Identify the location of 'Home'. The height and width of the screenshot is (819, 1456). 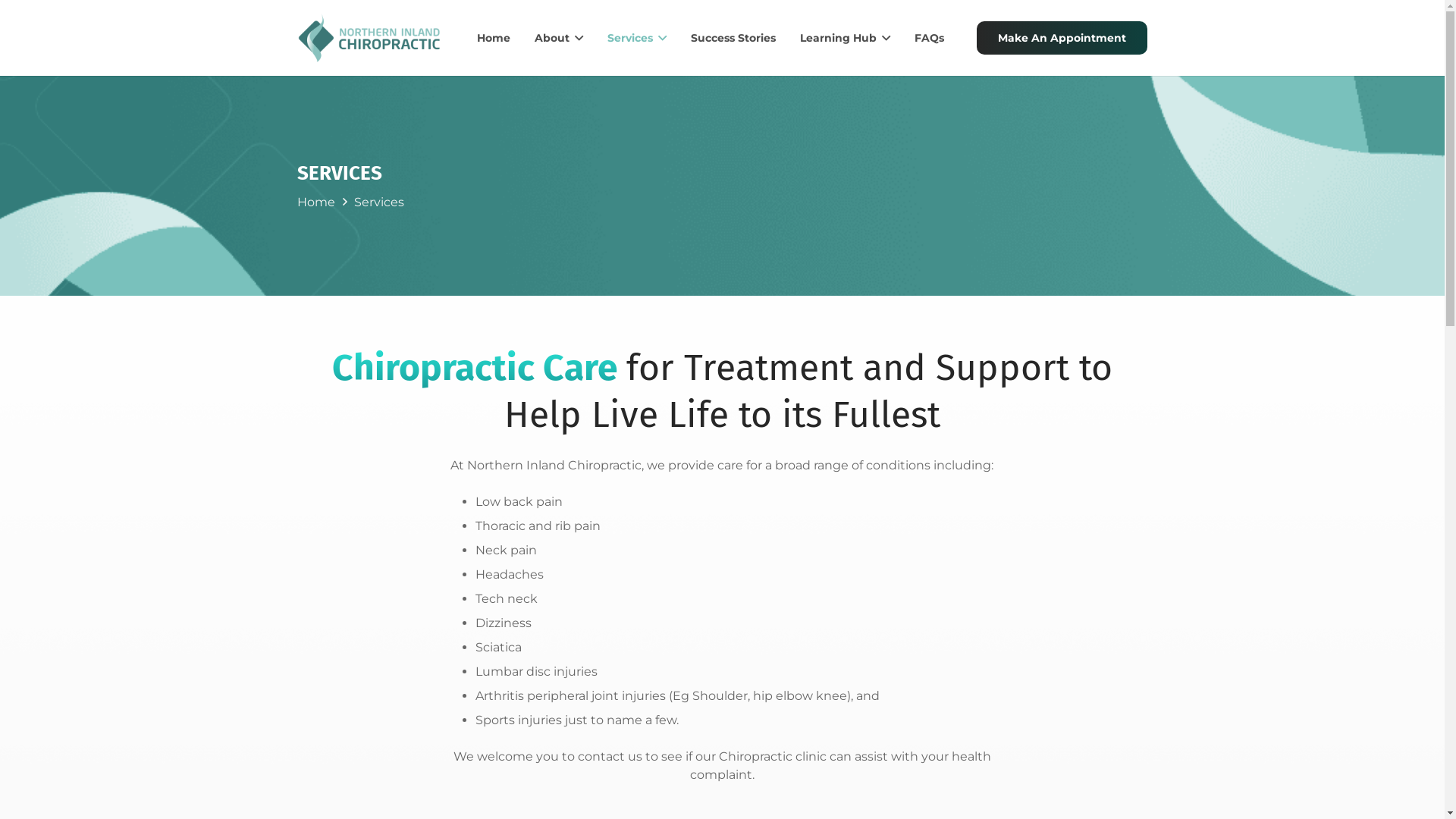
(494, 37).